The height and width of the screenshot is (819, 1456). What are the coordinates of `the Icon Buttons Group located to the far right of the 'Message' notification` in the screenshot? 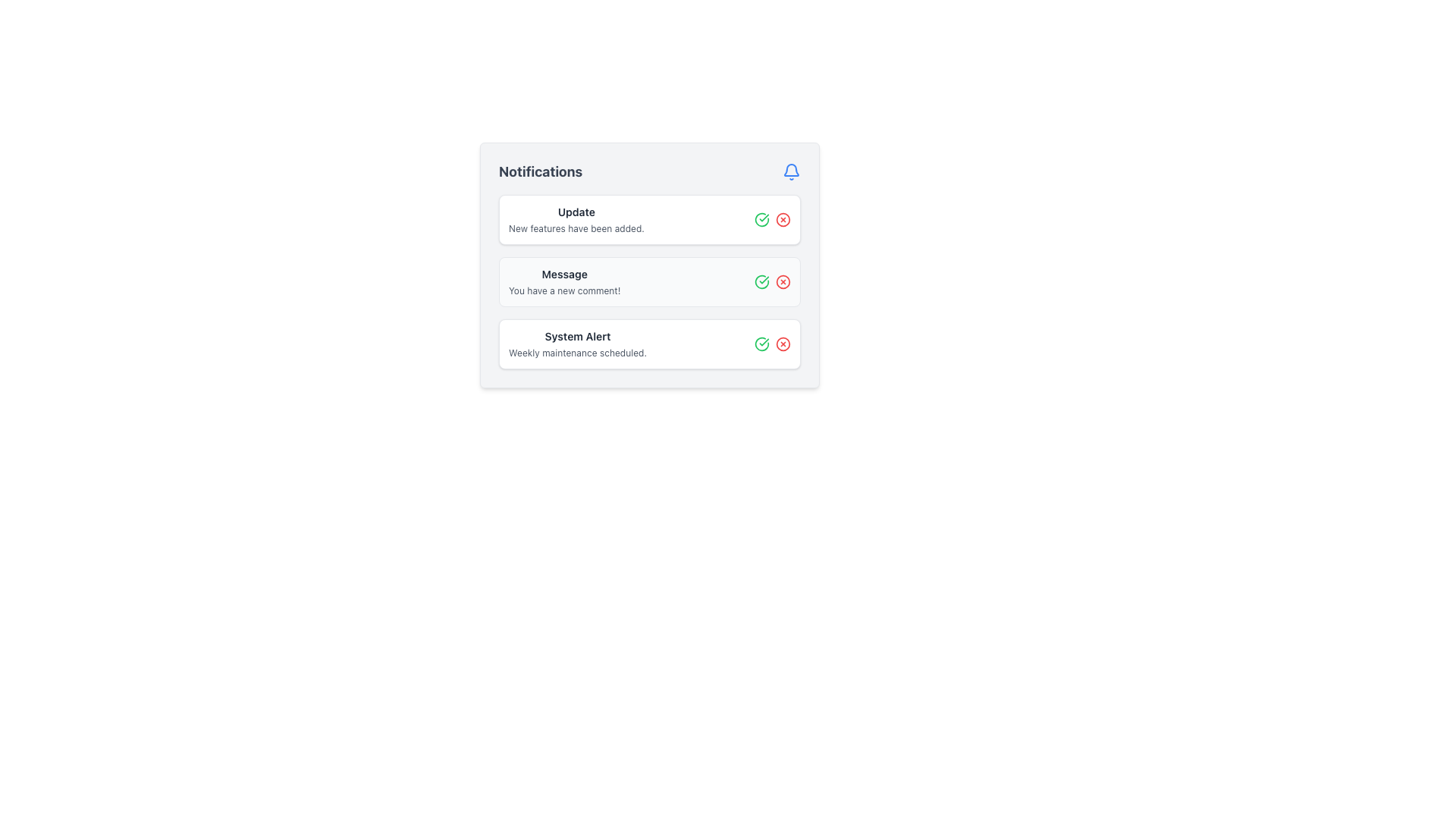 It's located at (772, 281).